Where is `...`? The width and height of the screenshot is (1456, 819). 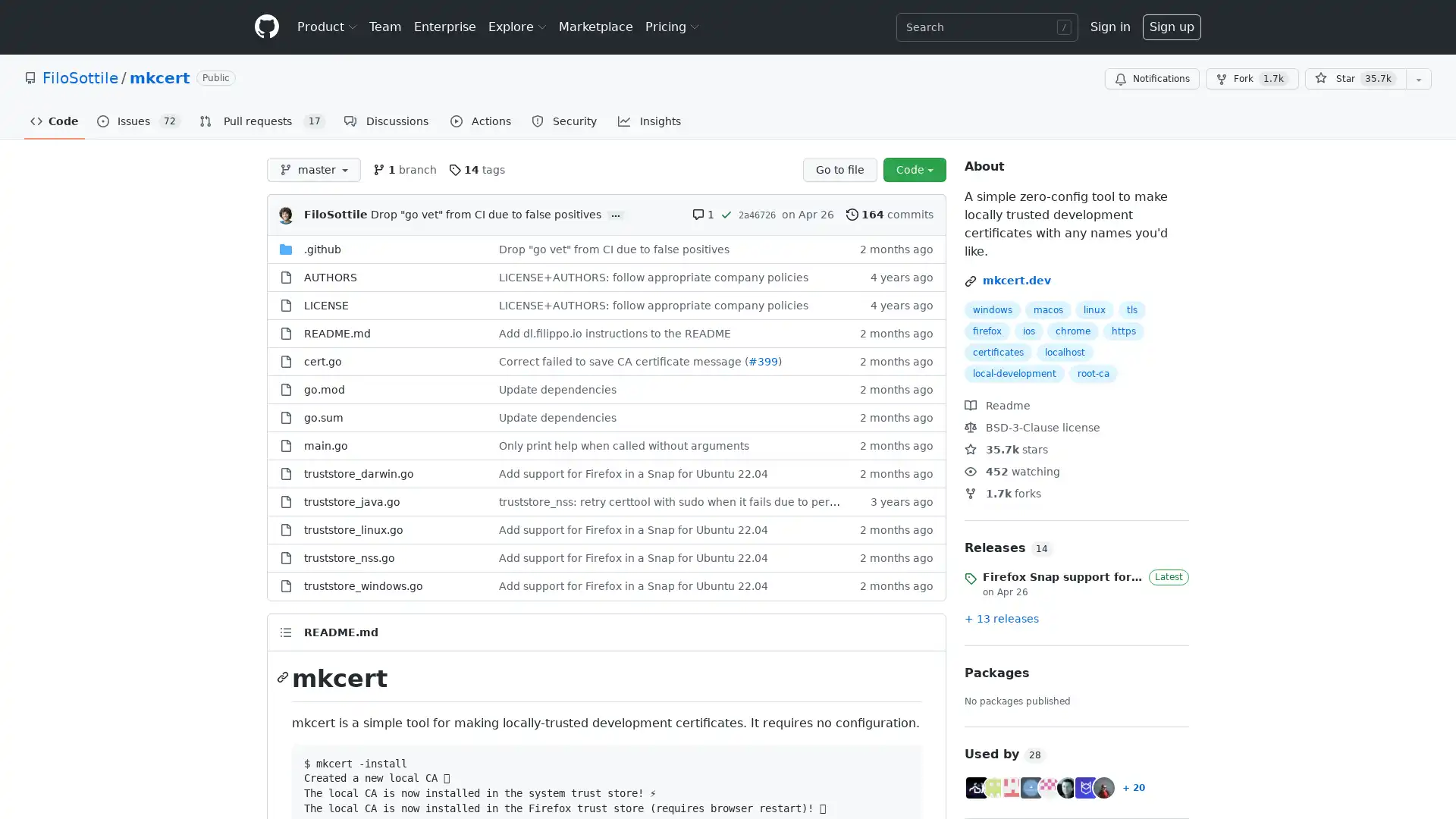
... is located at coordinates (615, 215).